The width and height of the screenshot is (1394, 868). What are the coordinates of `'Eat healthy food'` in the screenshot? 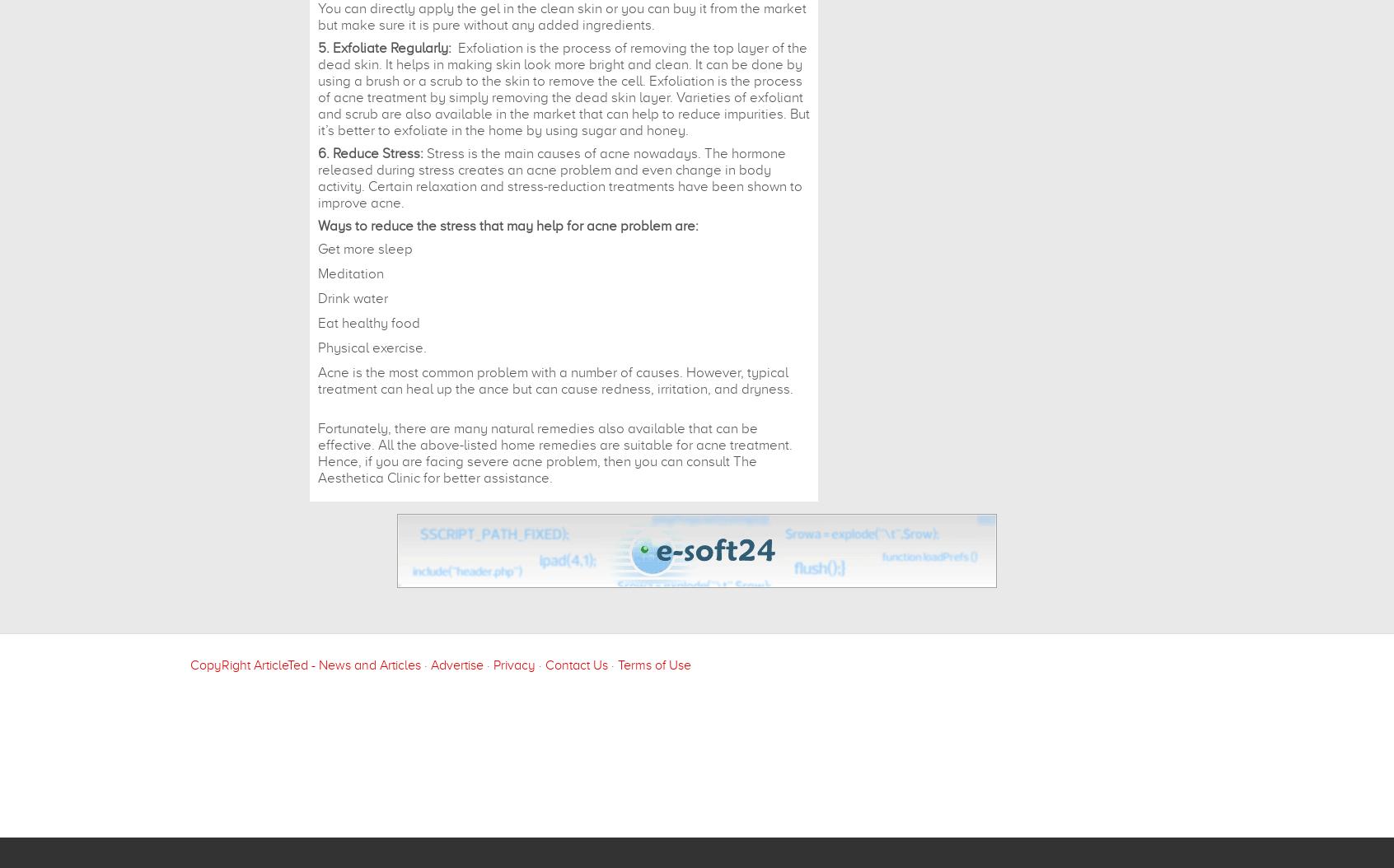 It's located at (371, 322).